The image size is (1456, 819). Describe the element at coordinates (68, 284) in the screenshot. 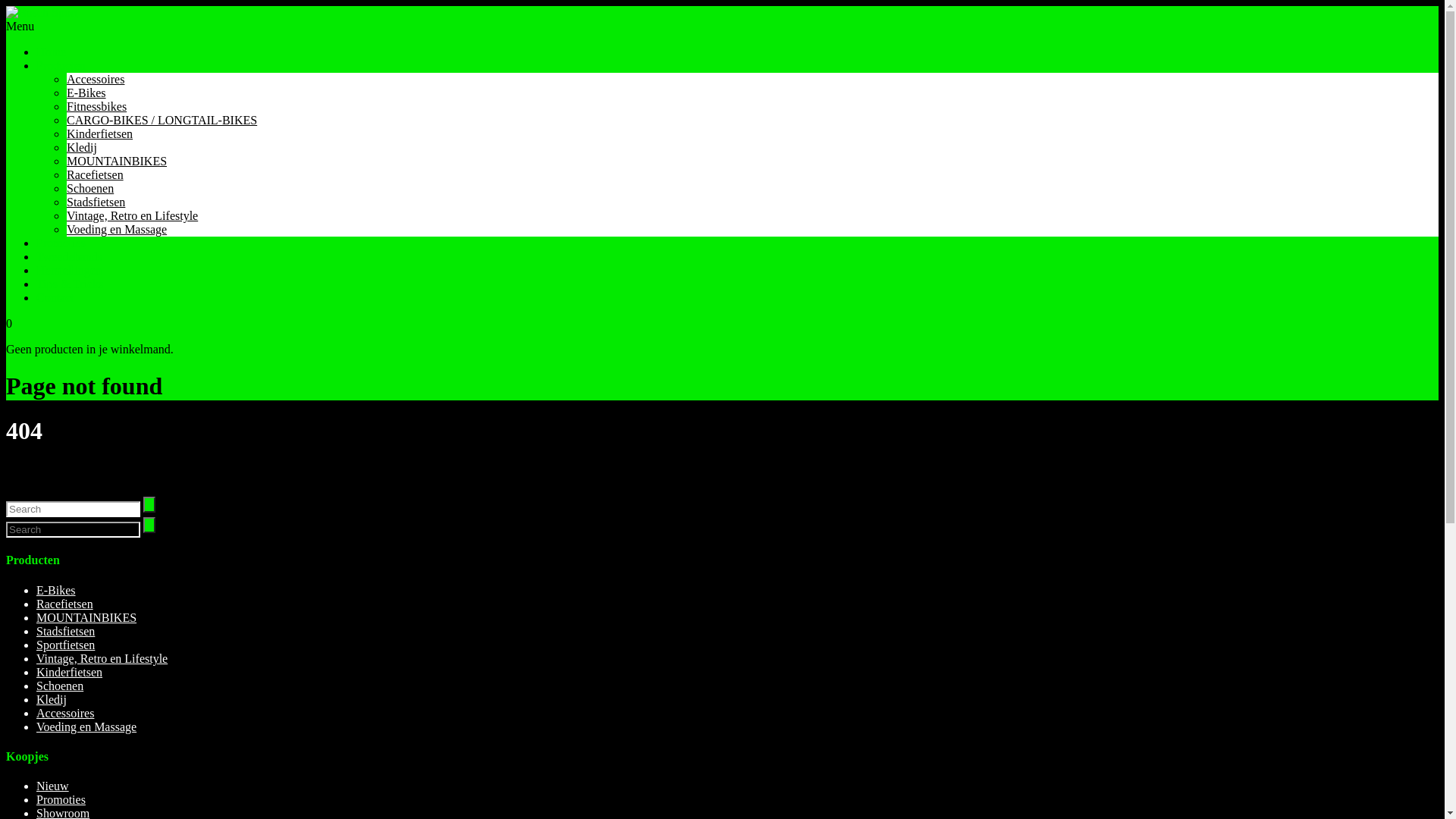

I see `'Tips & Tricks'` at that location.